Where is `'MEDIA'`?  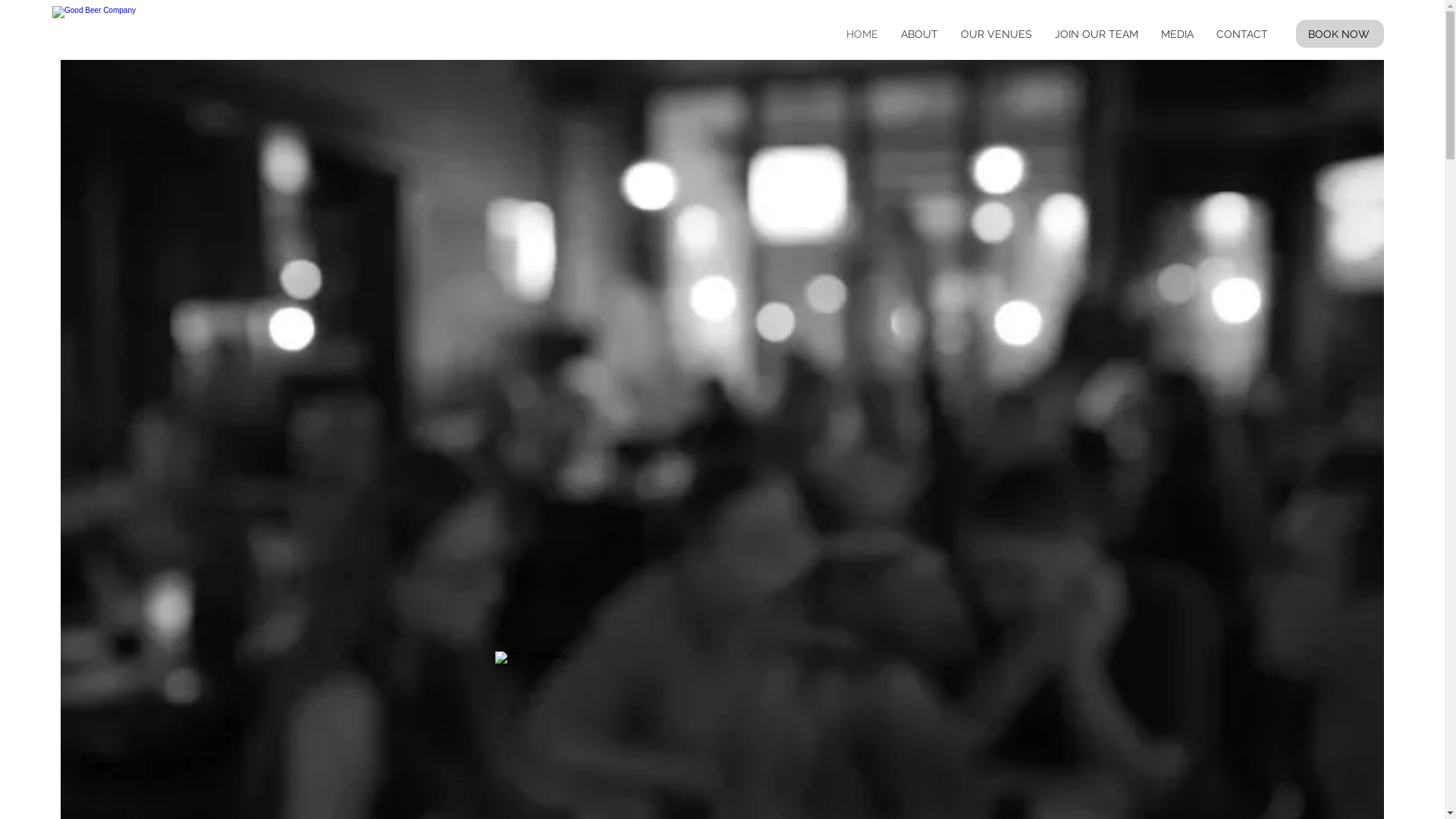
'MEDIA' is located at coordinates (1176, 34).